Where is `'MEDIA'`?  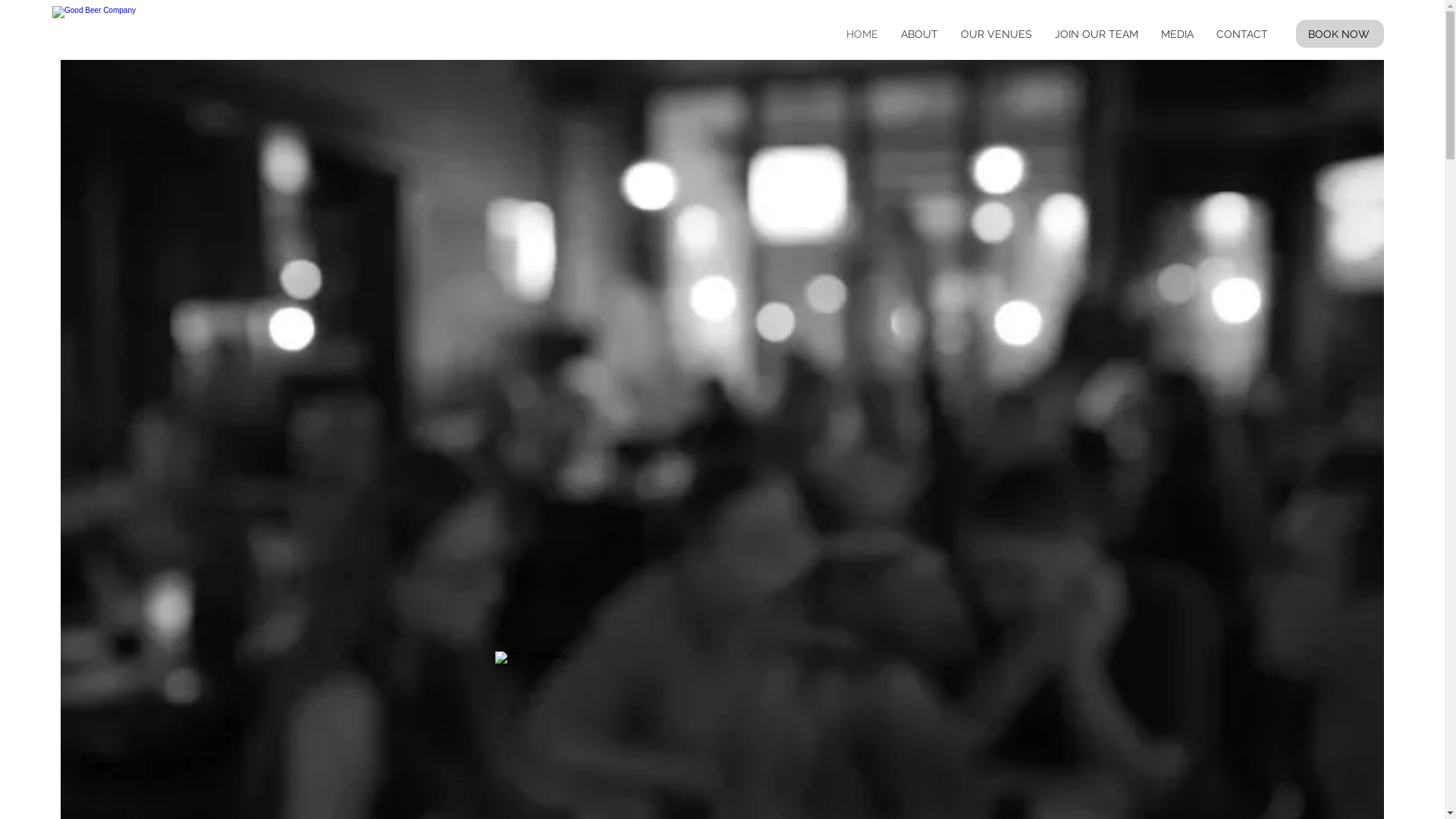
'MEDIA' is located at coordinates (1176, 34).